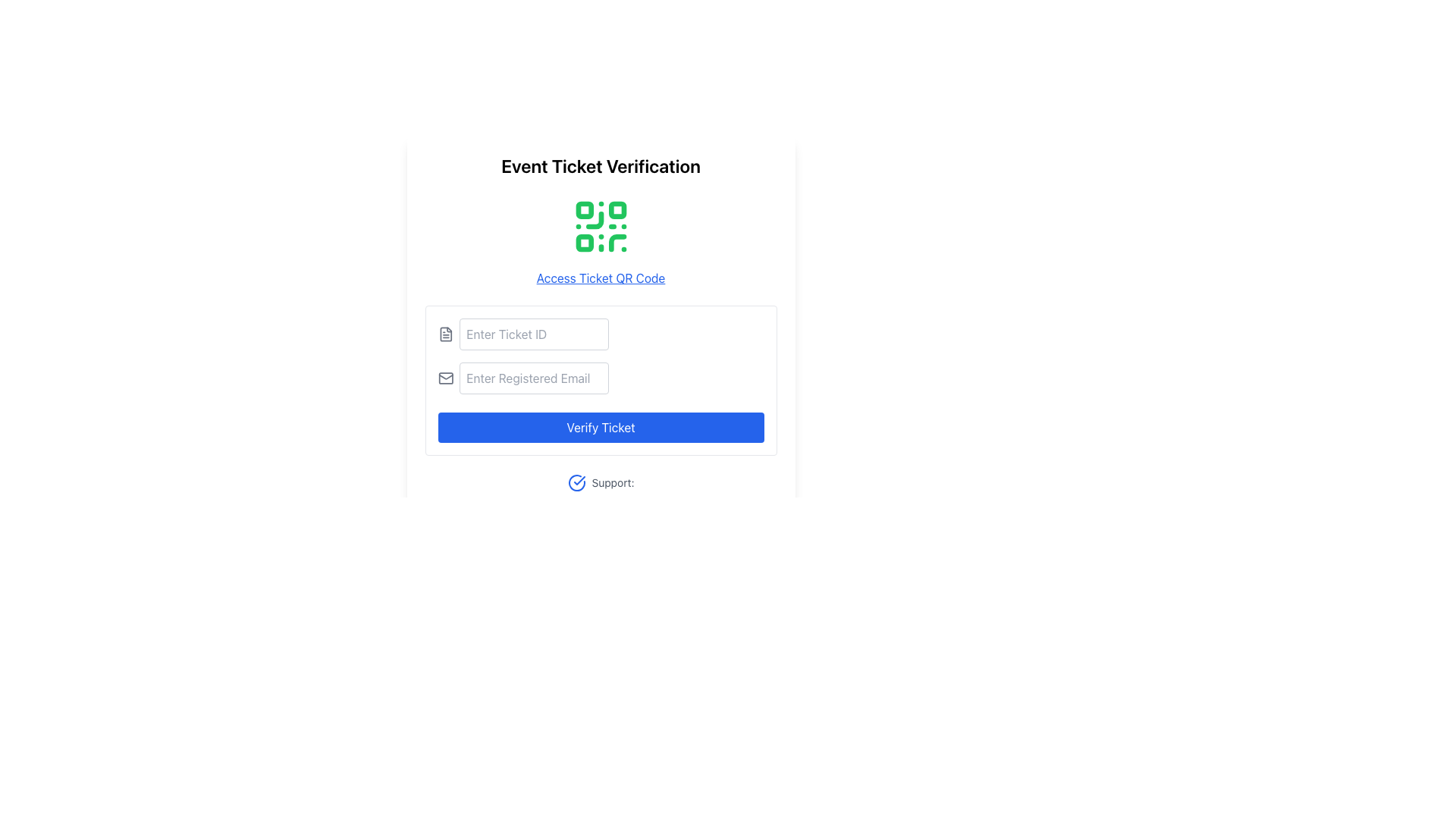 The height and width of the screenshot is (819, 1456). Describe the element at coordinates (534, 333) in the screenshot. I see `the text input field for entering a ticket ID` at that location.